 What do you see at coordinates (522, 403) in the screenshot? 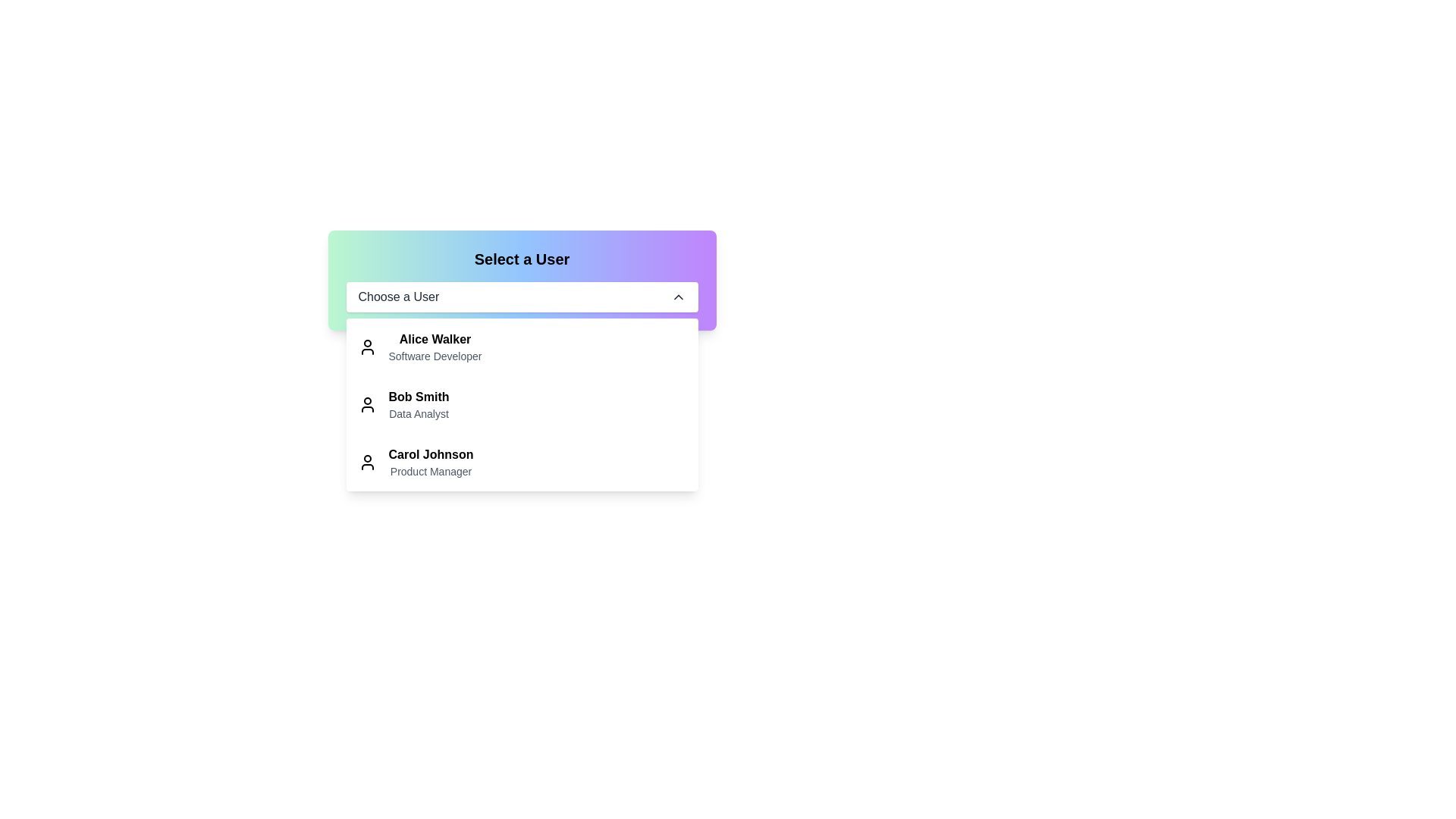
I see `the second list item in the dropdown labeled 'Choose a User'` at bounding box center [522, 403].